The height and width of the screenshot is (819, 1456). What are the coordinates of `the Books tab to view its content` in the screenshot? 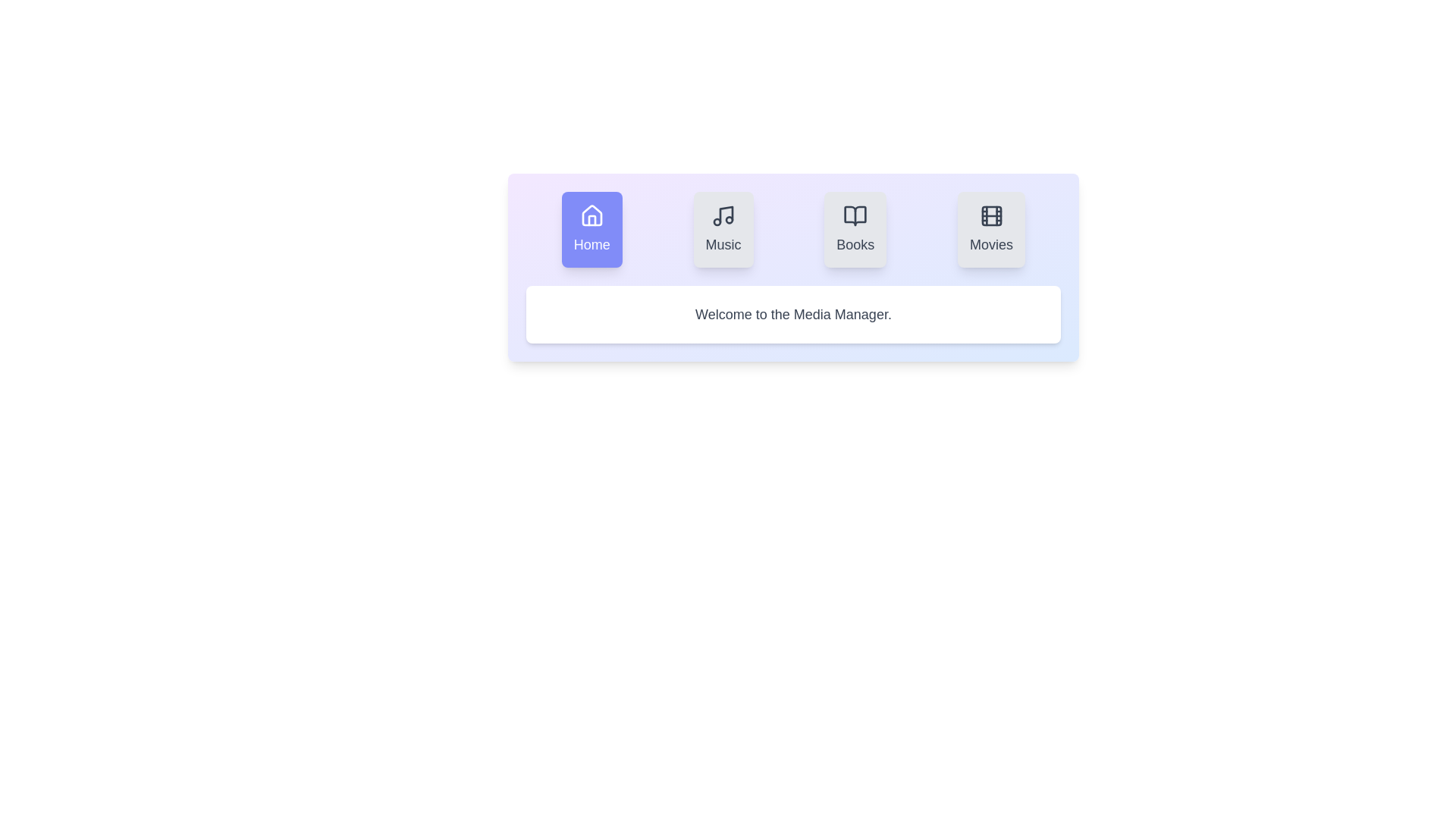 It's located at (855, 230).